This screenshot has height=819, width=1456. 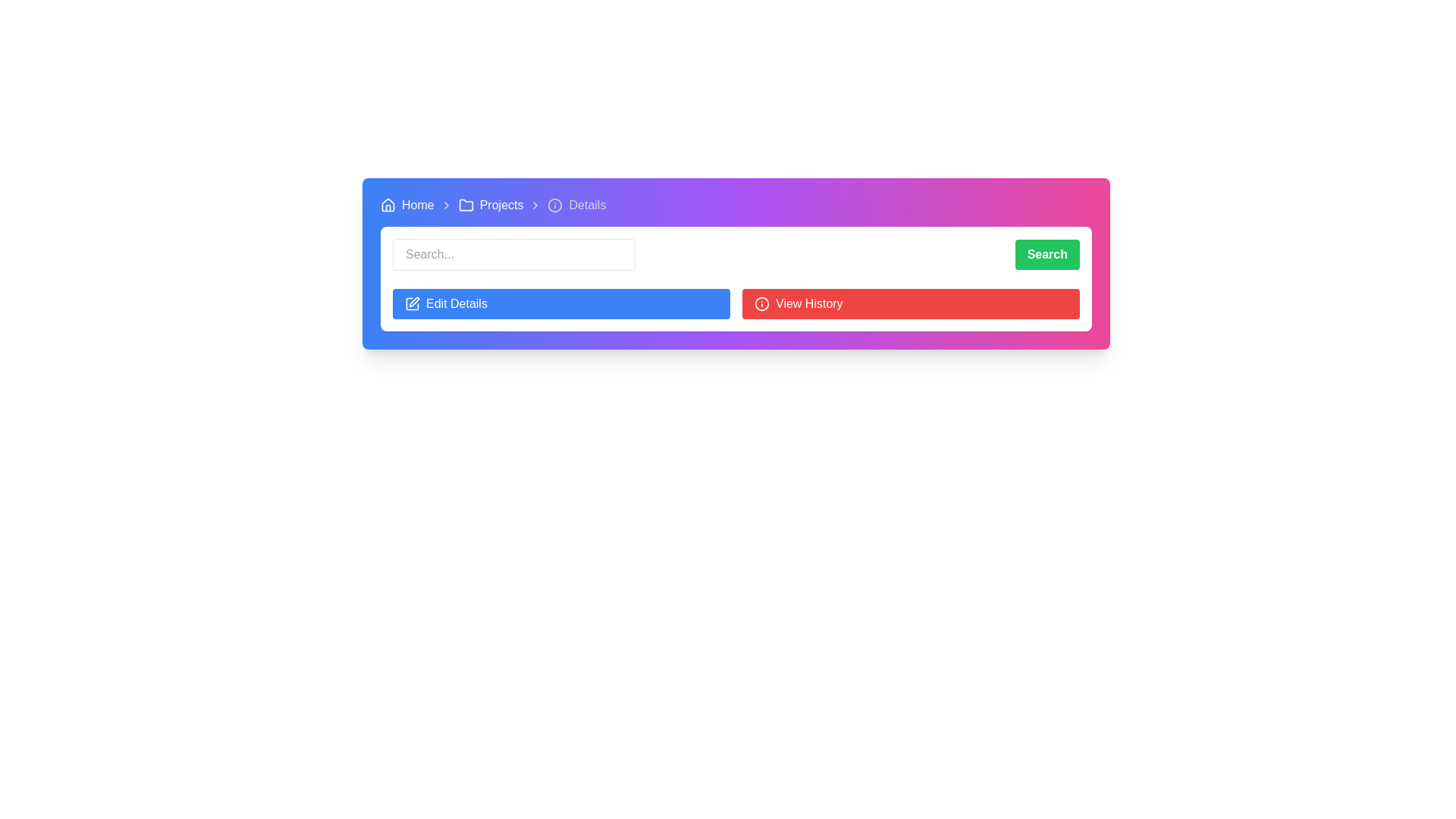 What do you see at coordinates (465, 205) in the screenshot?
I see `the folder-shaped icon located in the breadcrumb navigation bar, positioned between the 'Home' and 'Projects' labels` at bounding box center [465, 205].